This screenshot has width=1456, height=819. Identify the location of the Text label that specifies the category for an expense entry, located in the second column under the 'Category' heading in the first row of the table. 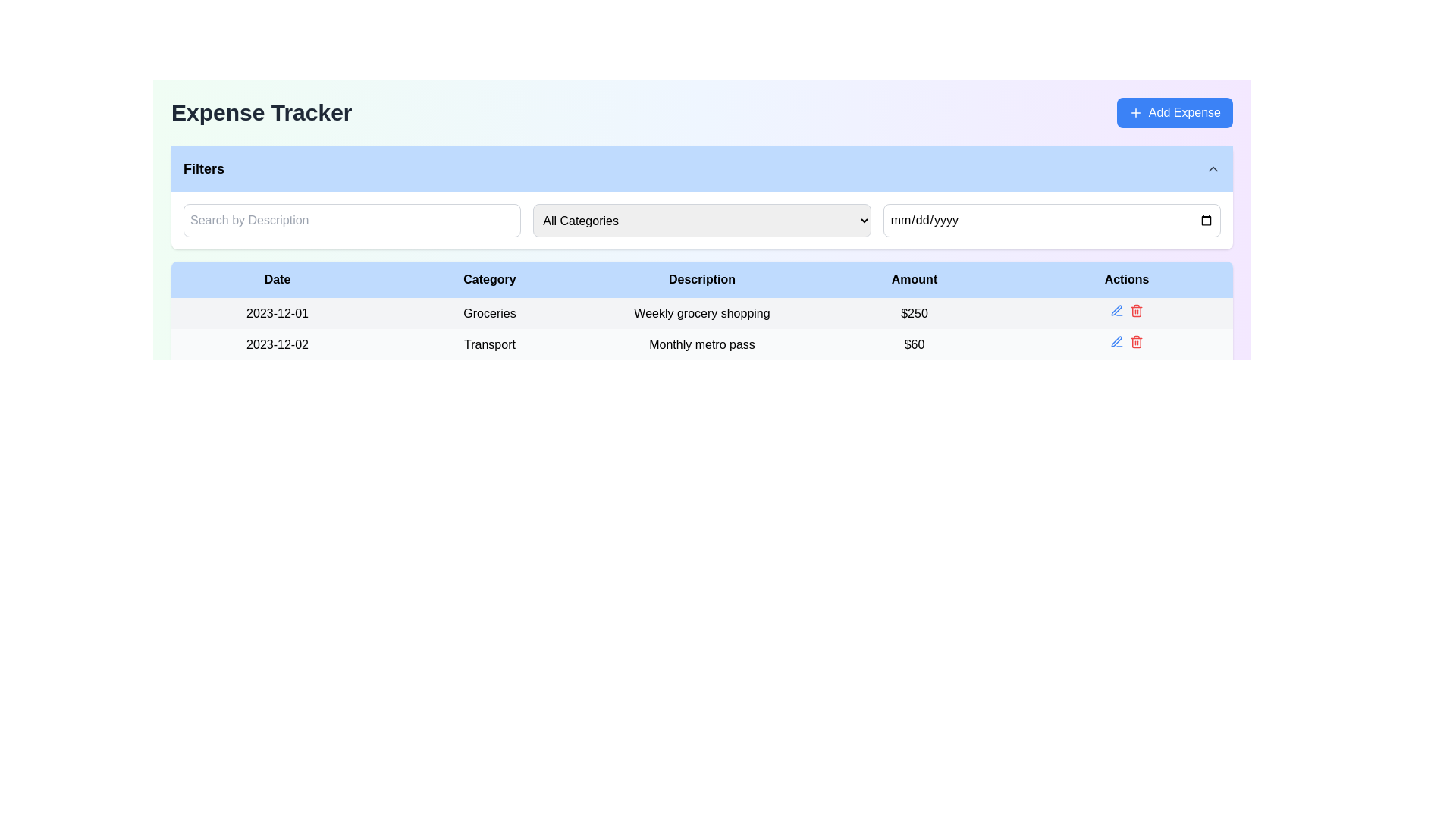
(490, 312).